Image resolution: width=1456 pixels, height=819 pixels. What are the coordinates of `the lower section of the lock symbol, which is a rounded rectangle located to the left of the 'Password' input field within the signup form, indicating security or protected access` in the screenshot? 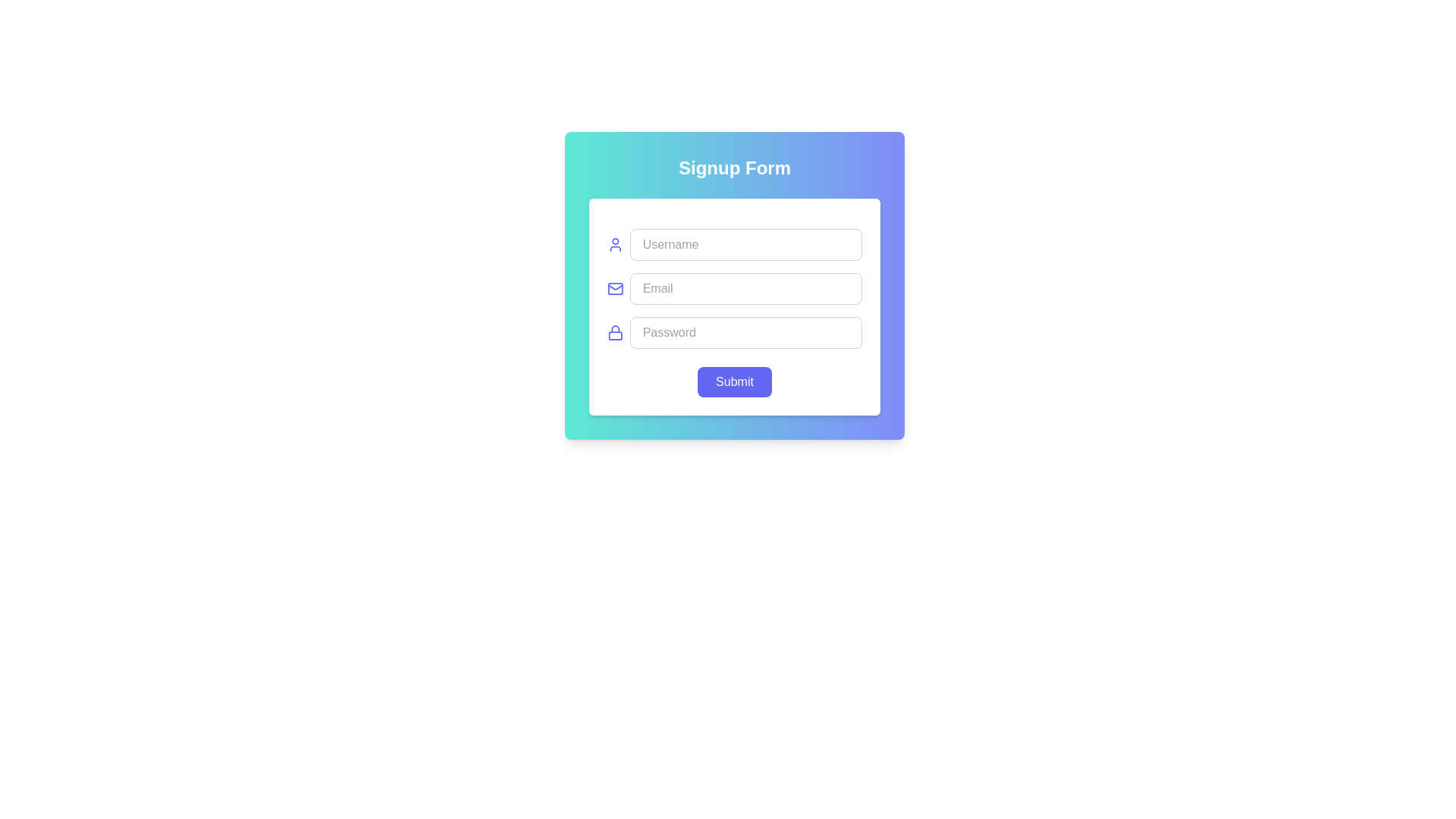 It's located at (615, 335).